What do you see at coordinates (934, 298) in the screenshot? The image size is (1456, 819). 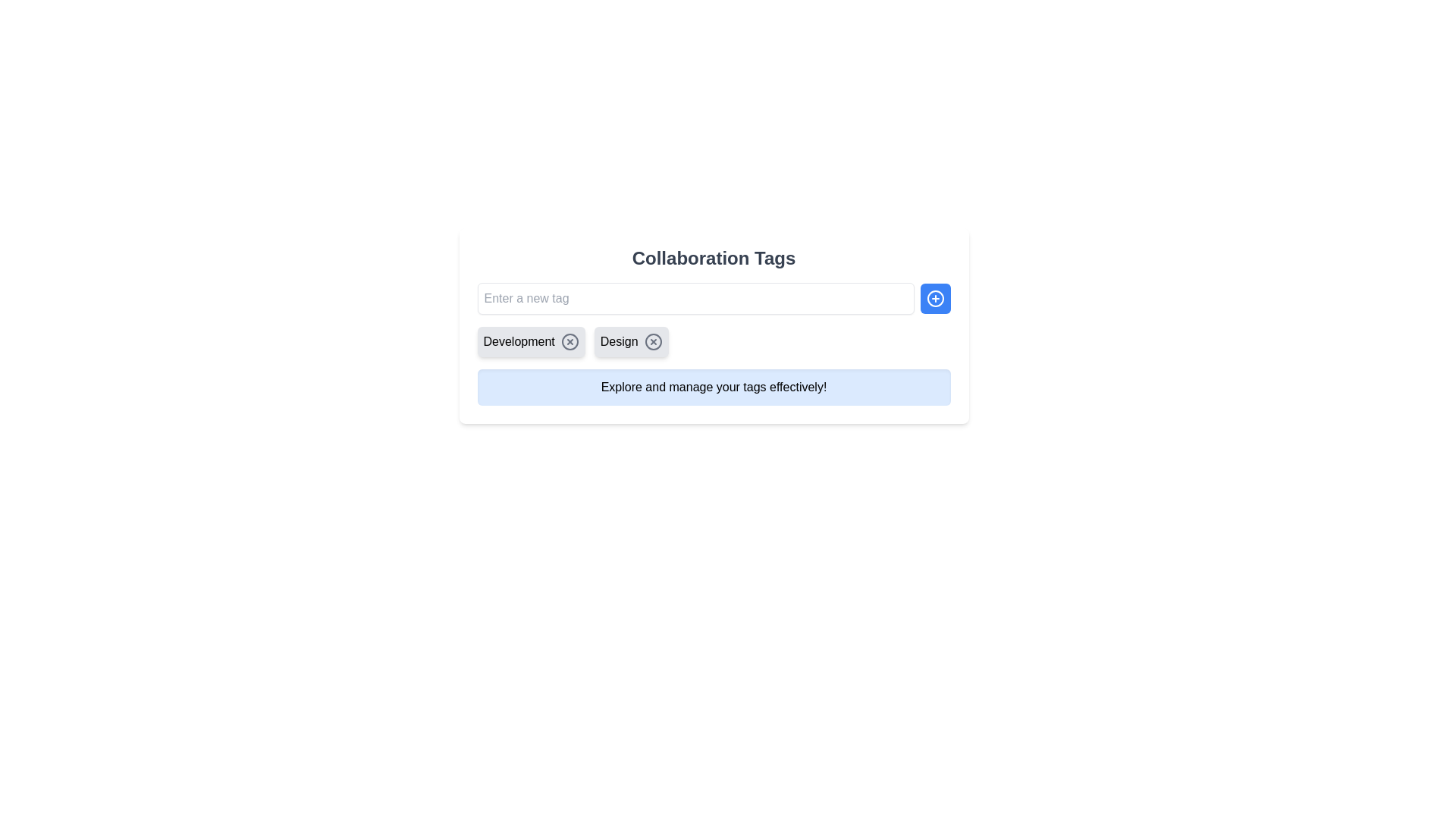 I see `the '+' icon located to the far right of the text input field, which includes this SVG Circle element as part of its design` at bounding box center [934, 298].